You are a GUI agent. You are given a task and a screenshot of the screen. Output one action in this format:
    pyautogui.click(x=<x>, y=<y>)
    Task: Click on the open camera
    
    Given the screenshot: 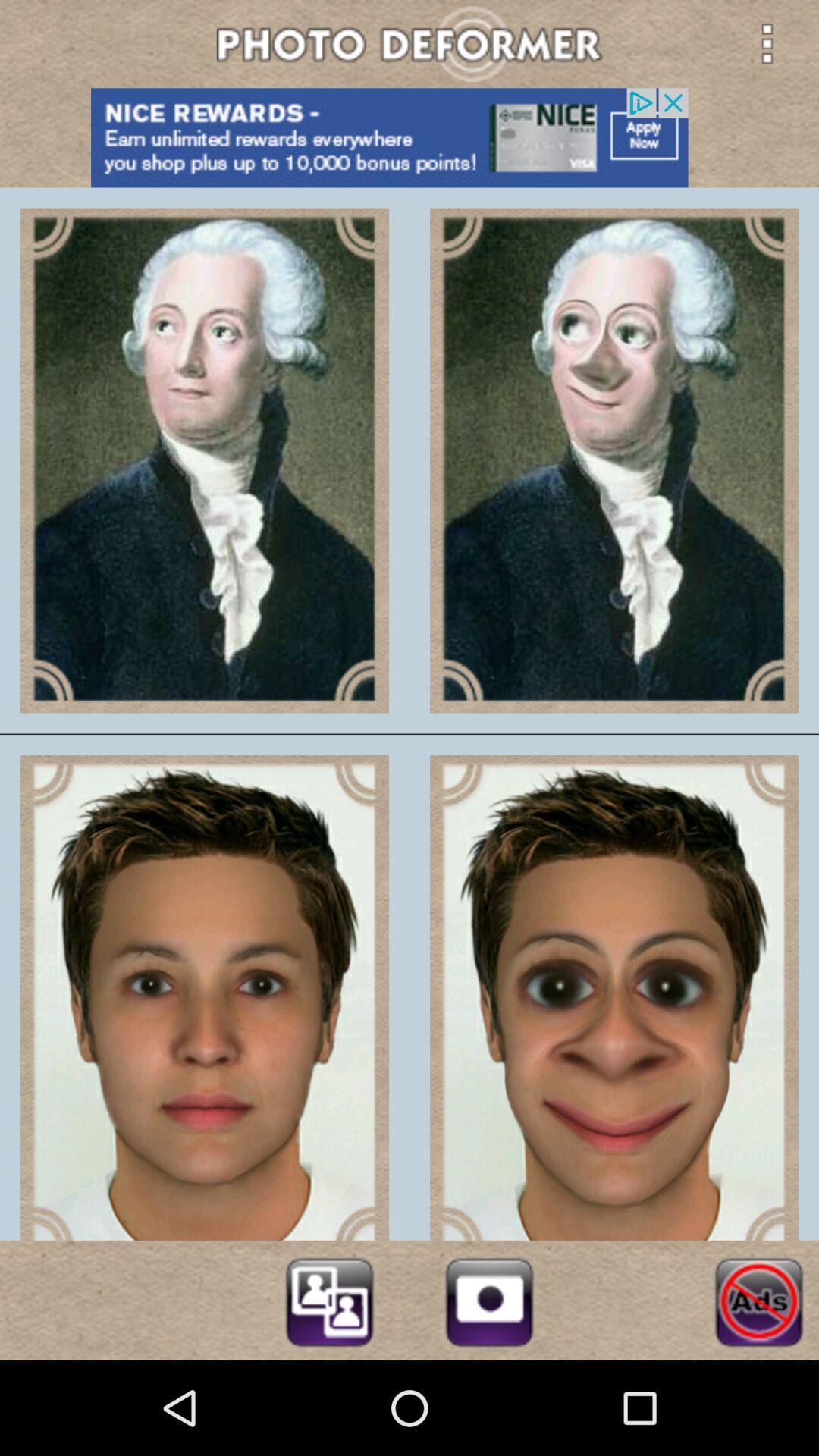 What is the action you would take?
    pyautogui.click(x=489, y=1299)
    